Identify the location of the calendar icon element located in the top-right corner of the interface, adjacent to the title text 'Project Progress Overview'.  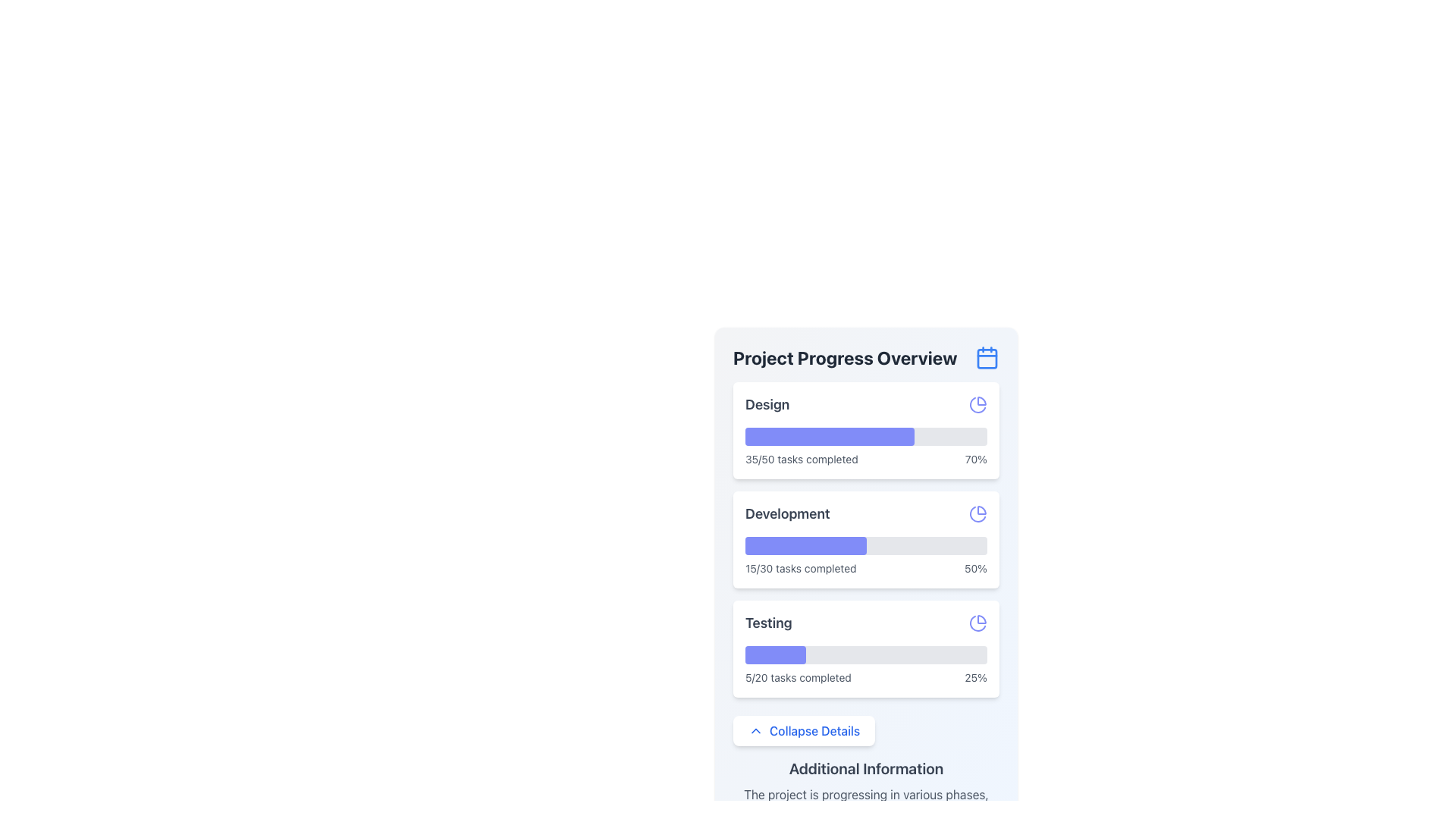
(987, 359).